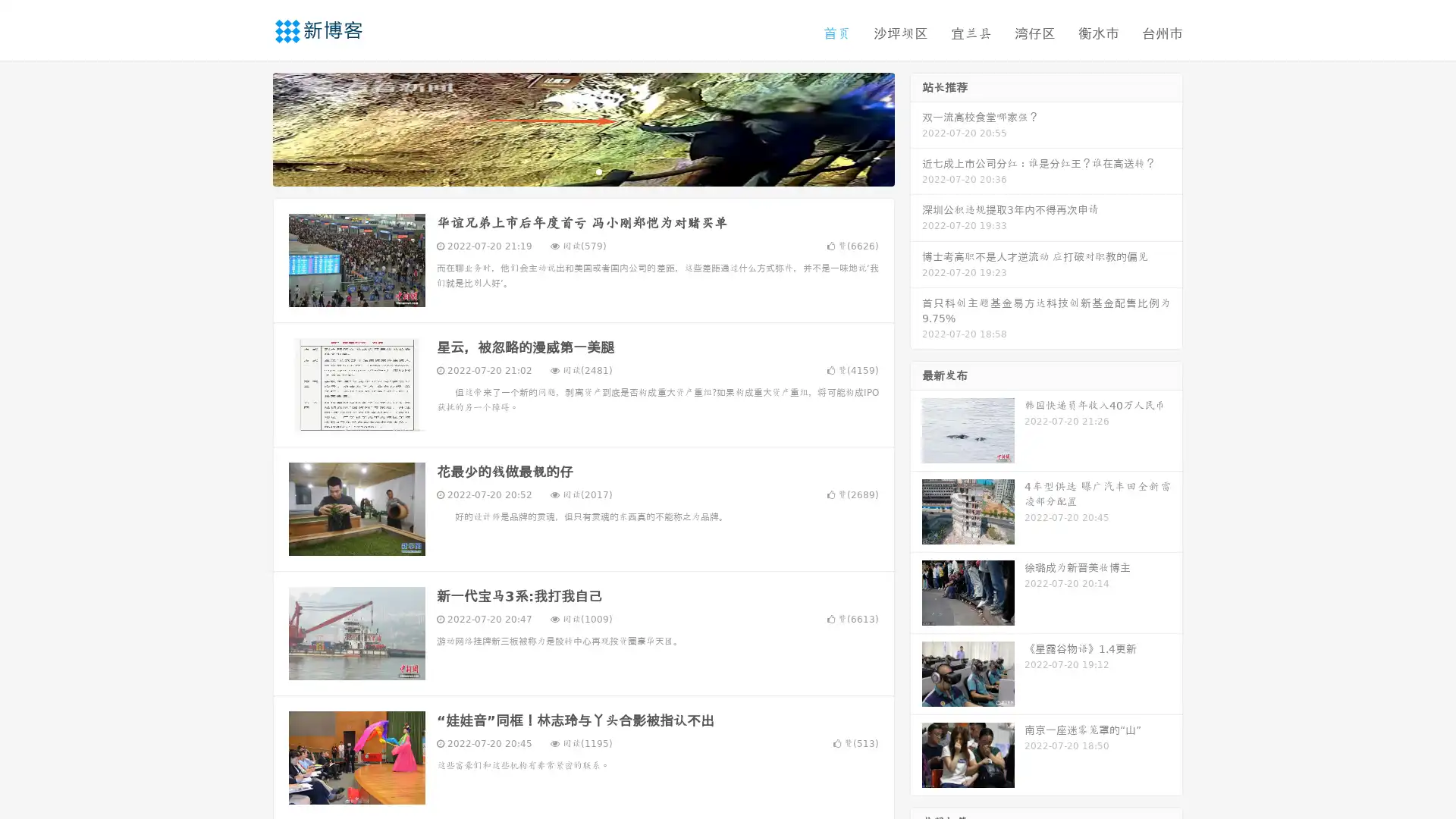 Image resolution: width=1456 pixels, height=819 pixels. I want to click on Go to slide 3, so click(598, 171).